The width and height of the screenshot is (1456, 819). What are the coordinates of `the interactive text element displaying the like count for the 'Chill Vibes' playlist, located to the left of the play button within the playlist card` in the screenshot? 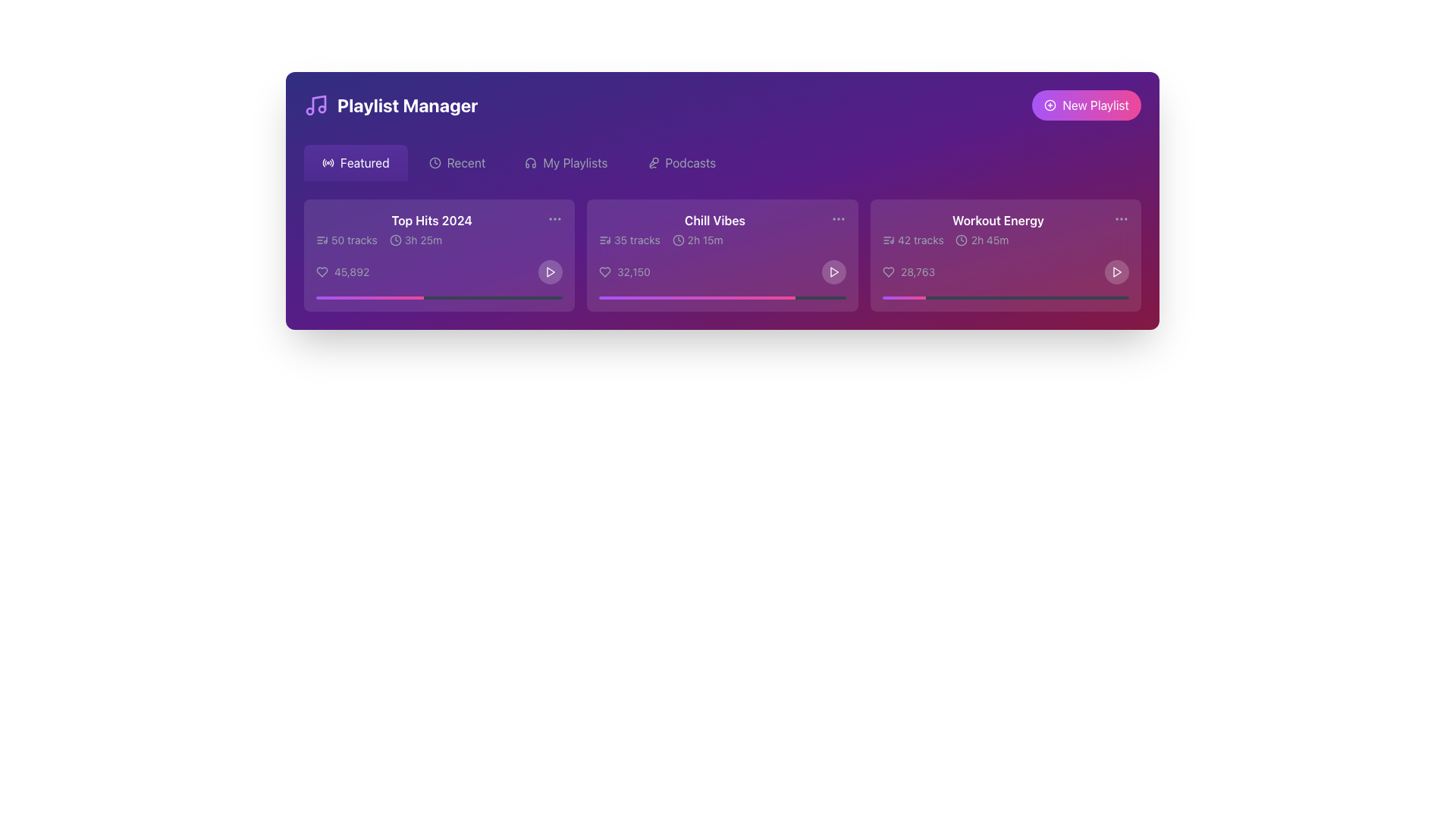 It's located at (625, 271).